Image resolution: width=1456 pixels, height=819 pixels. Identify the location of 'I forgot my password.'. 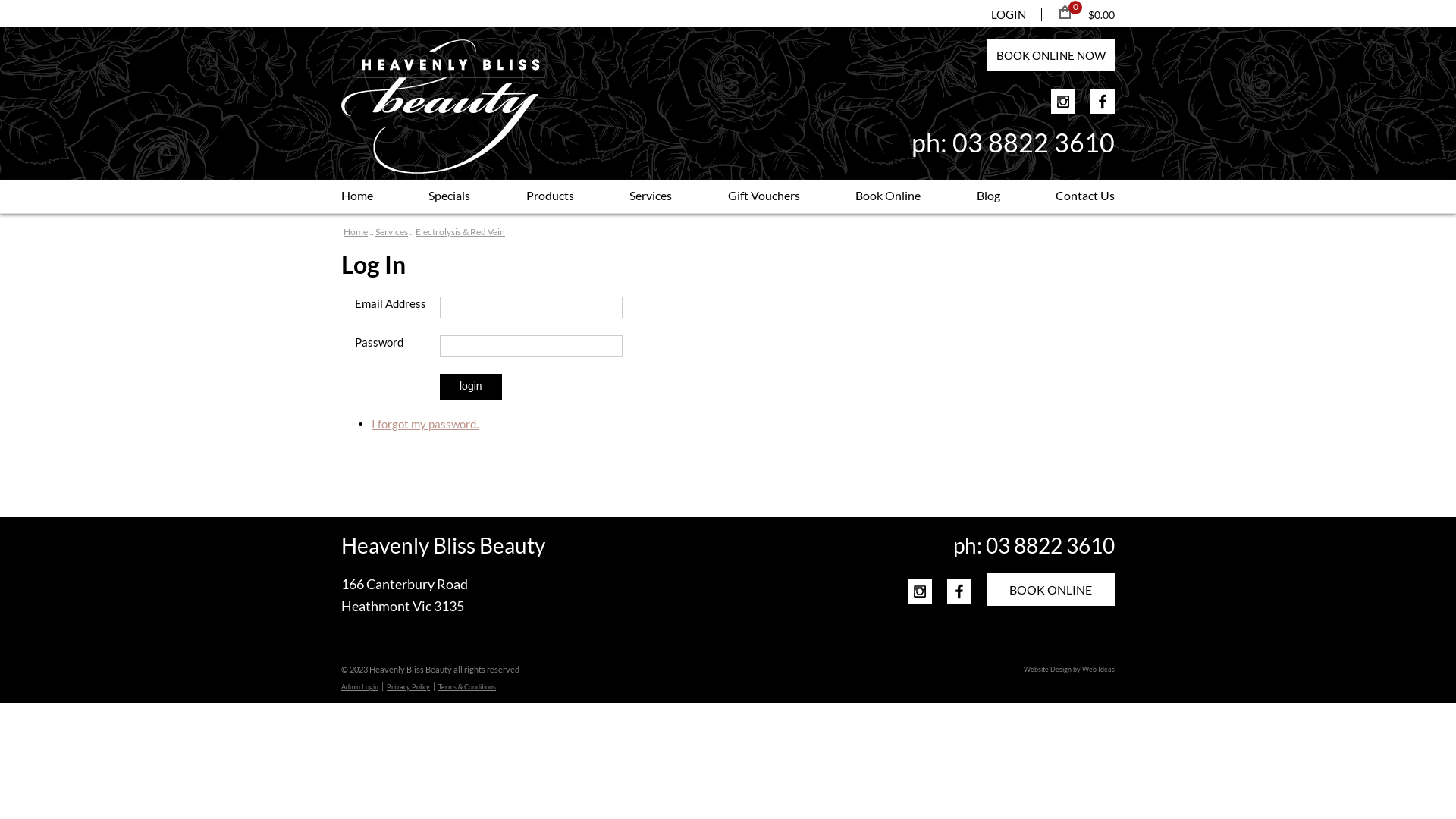
(425, 424).